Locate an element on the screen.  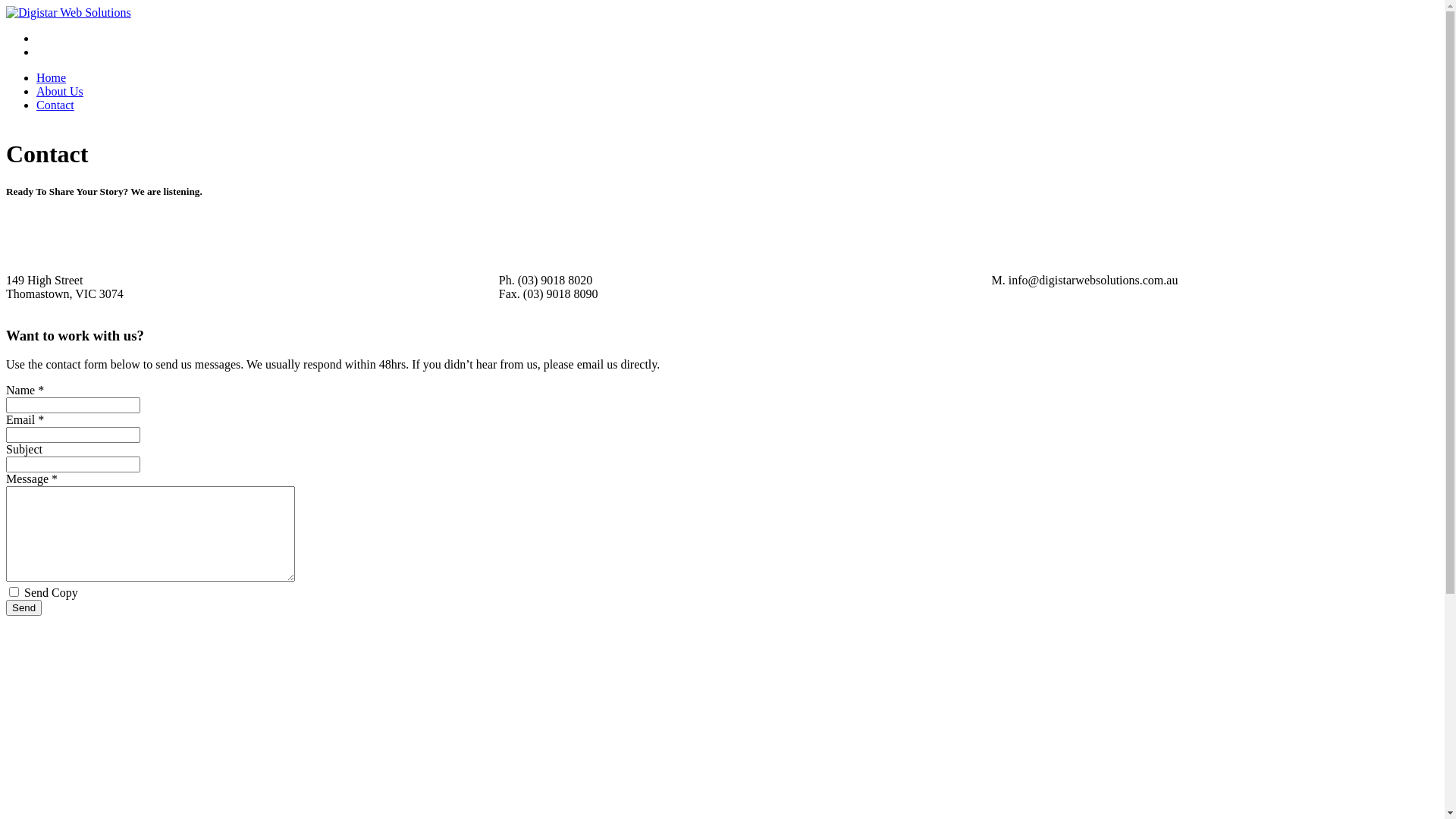
'Digistar Web Solutions' is located at coordinates (67, 12).